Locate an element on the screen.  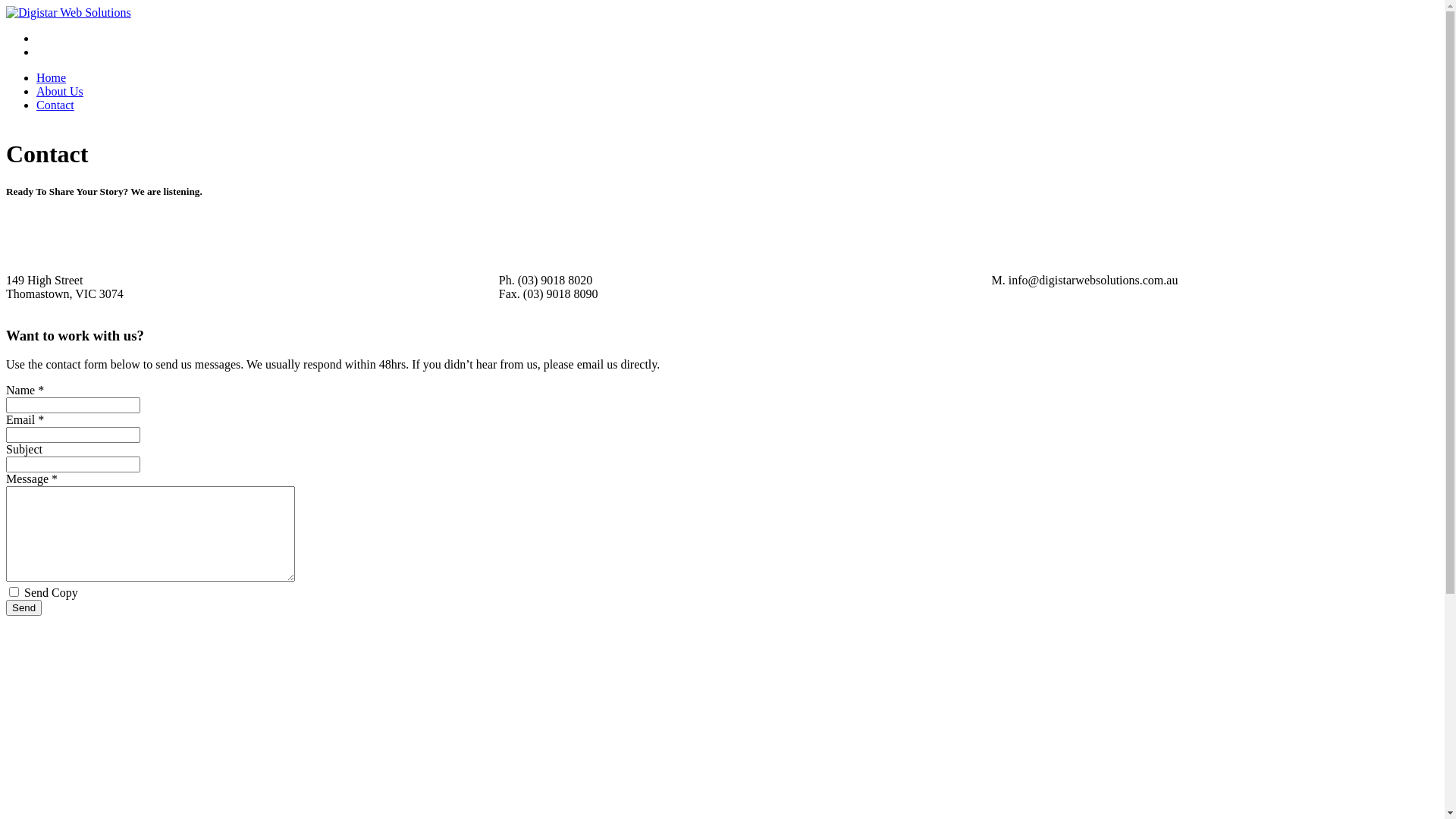
'Digistar Web Solutions' is located at coordinates (67, 12).